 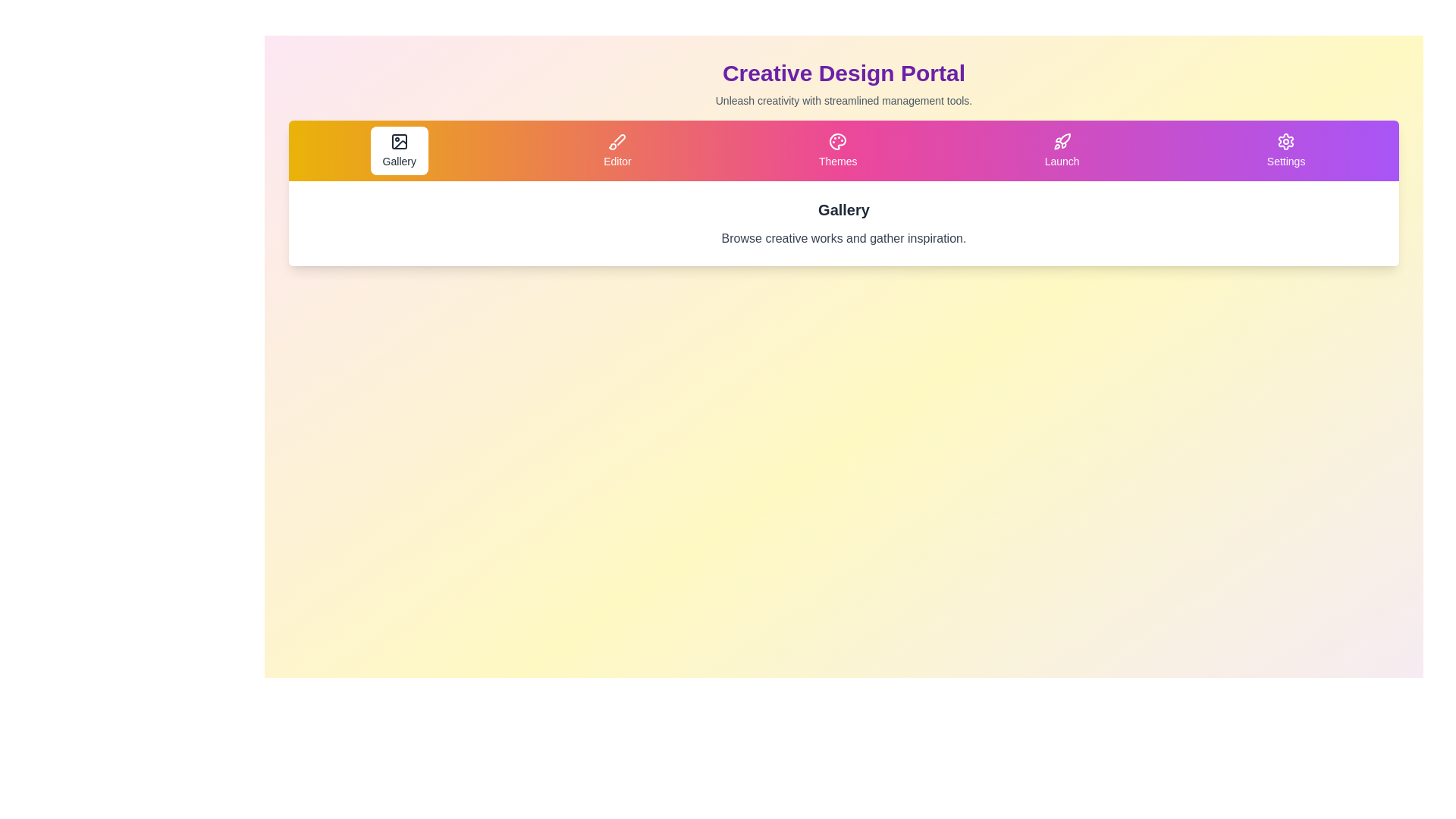 I want to click on the painter's palette icon, which is a circular icon with a pink-to-purple gradient background, located, so click(x=837, y=141).